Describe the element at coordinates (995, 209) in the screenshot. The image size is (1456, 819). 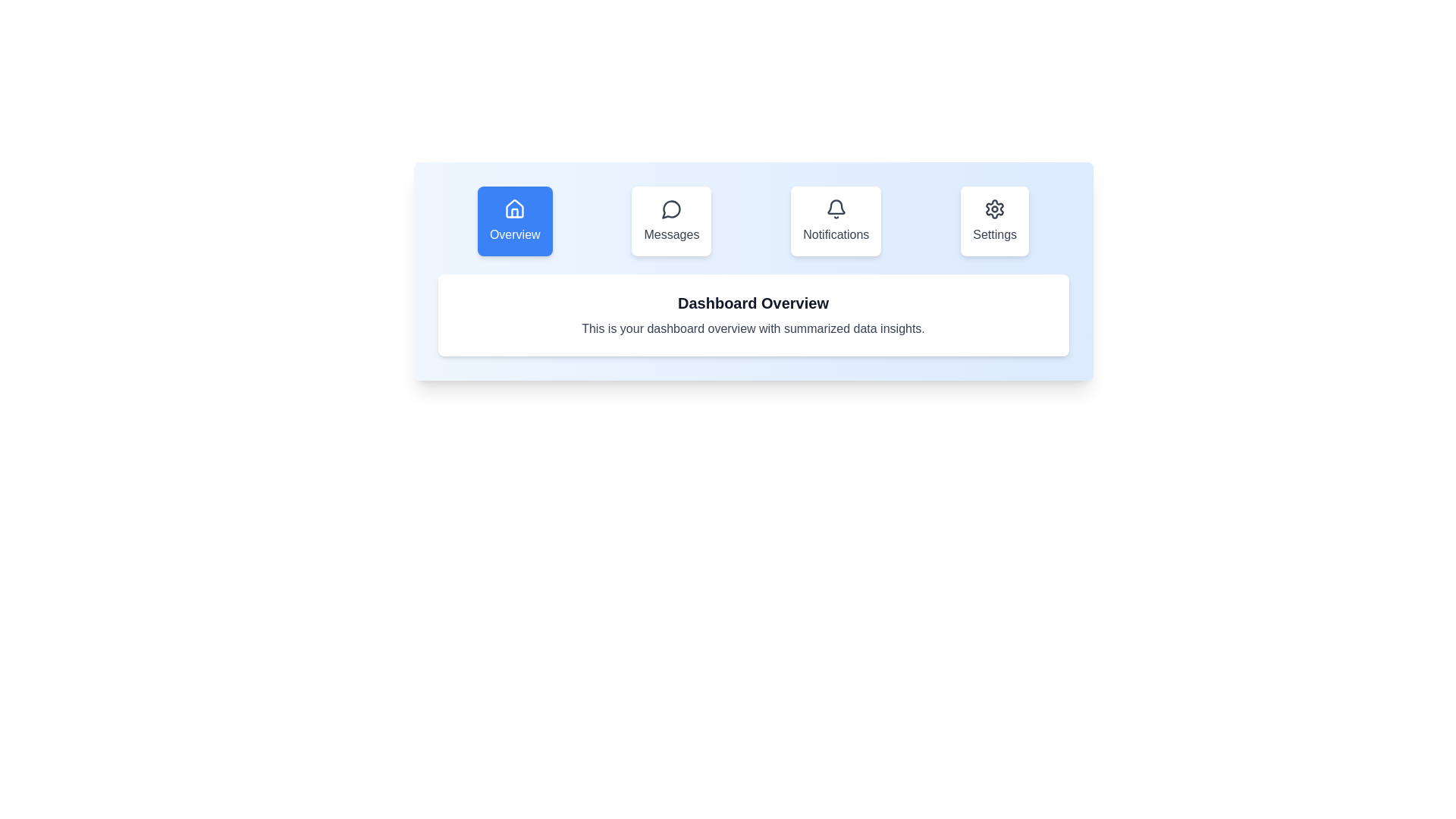
I see `the gear-like icon in the Settings section` at that location.